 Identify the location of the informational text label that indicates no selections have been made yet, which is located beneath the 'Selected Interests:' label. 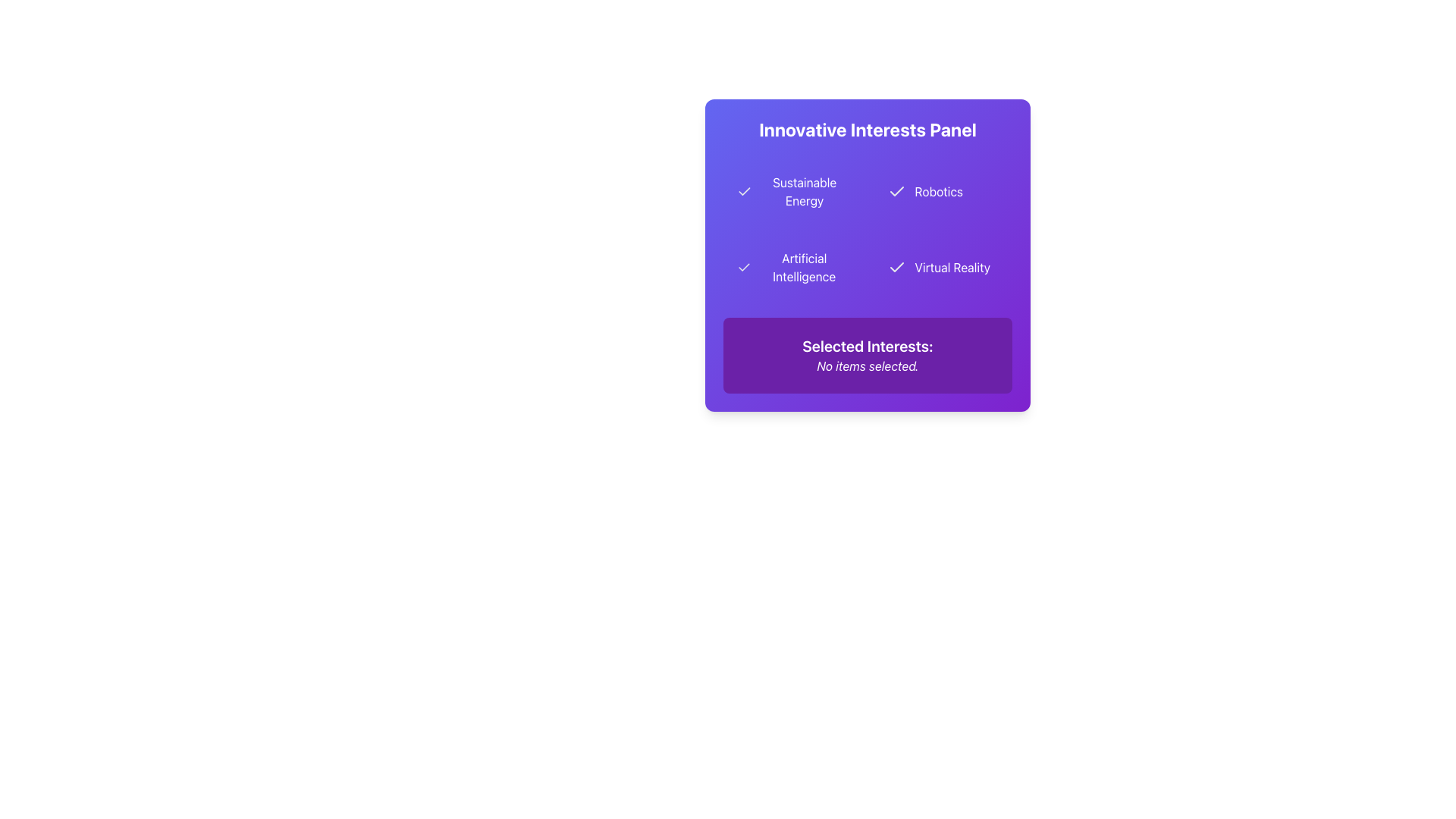
(868, 366).